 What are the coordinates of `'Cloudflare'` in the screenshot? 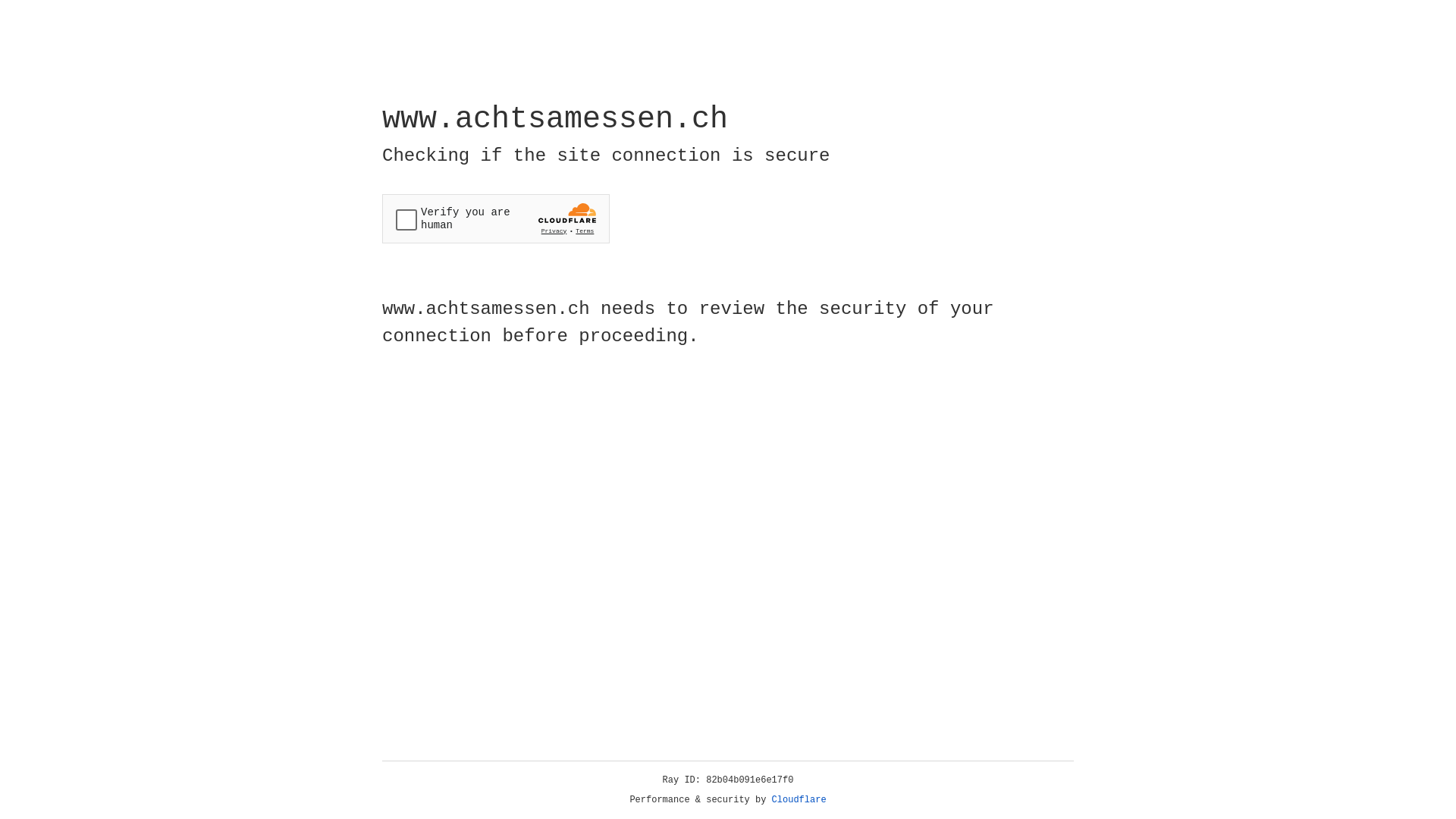 It's located at (799, 799).